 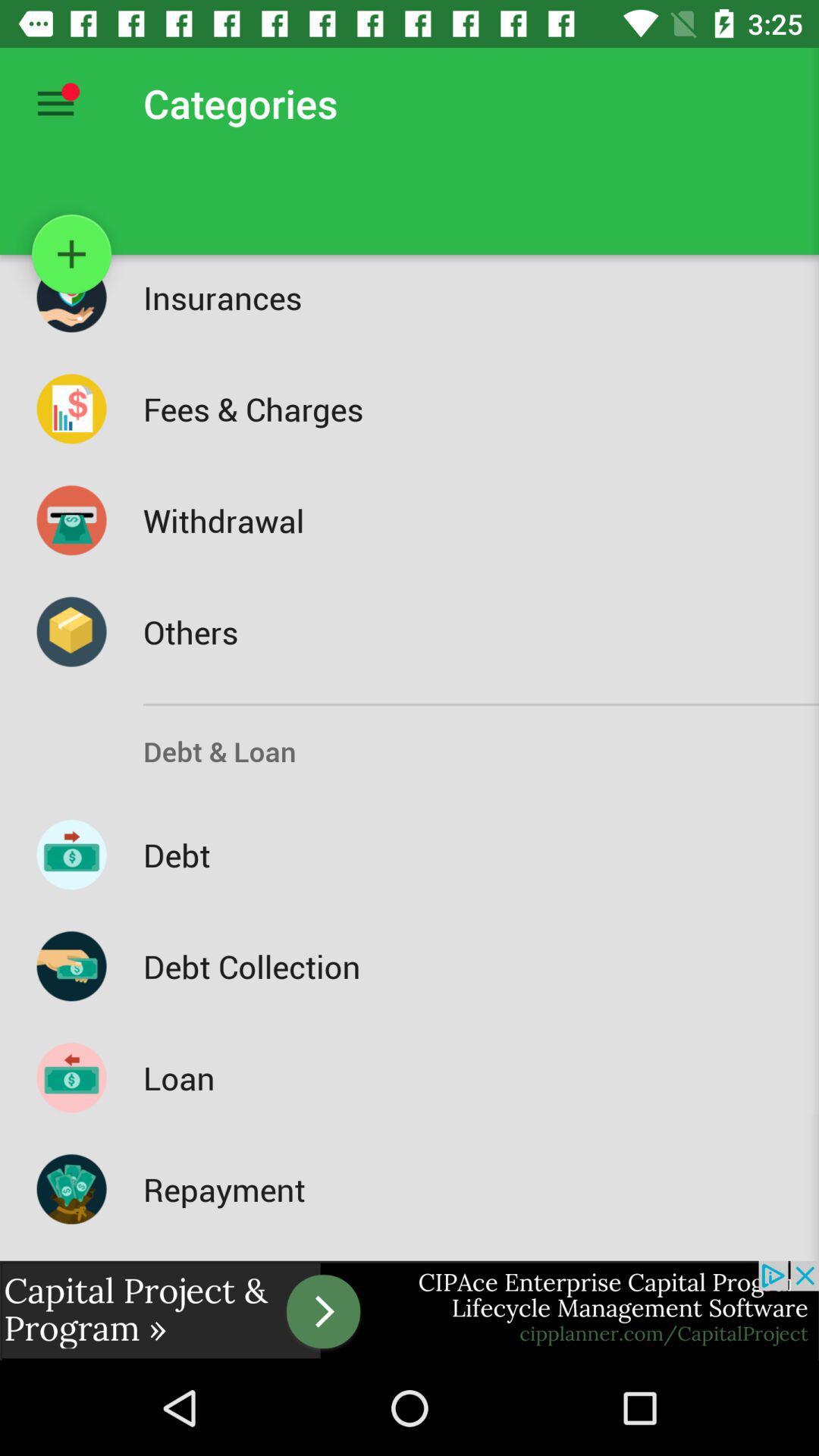 I want to click on advertisement, so click(x=409, y=1310).